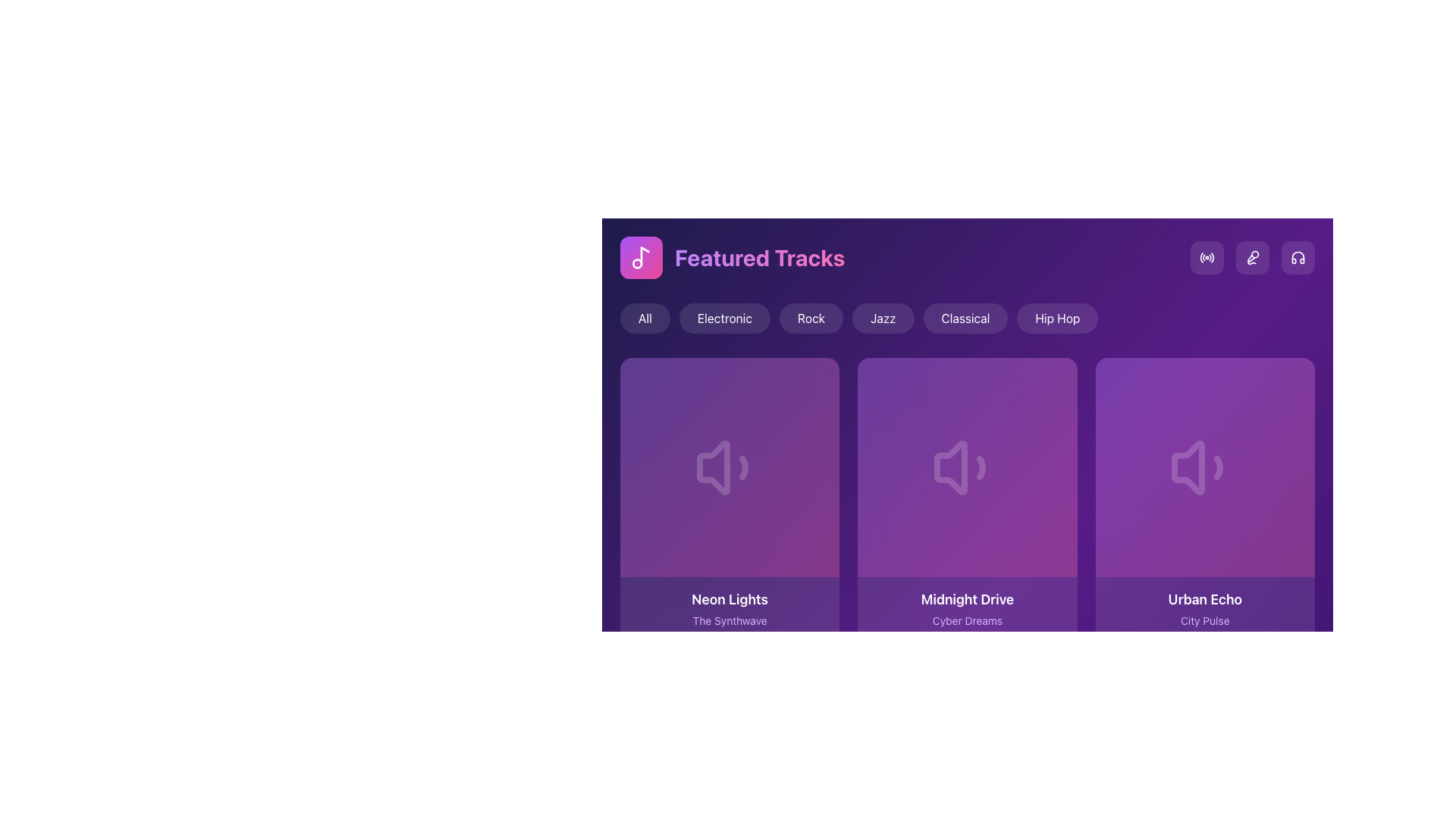 Image resolution: width=1456 pixels, height=819 pixels. I want to click on the text label, so click(967, 599).